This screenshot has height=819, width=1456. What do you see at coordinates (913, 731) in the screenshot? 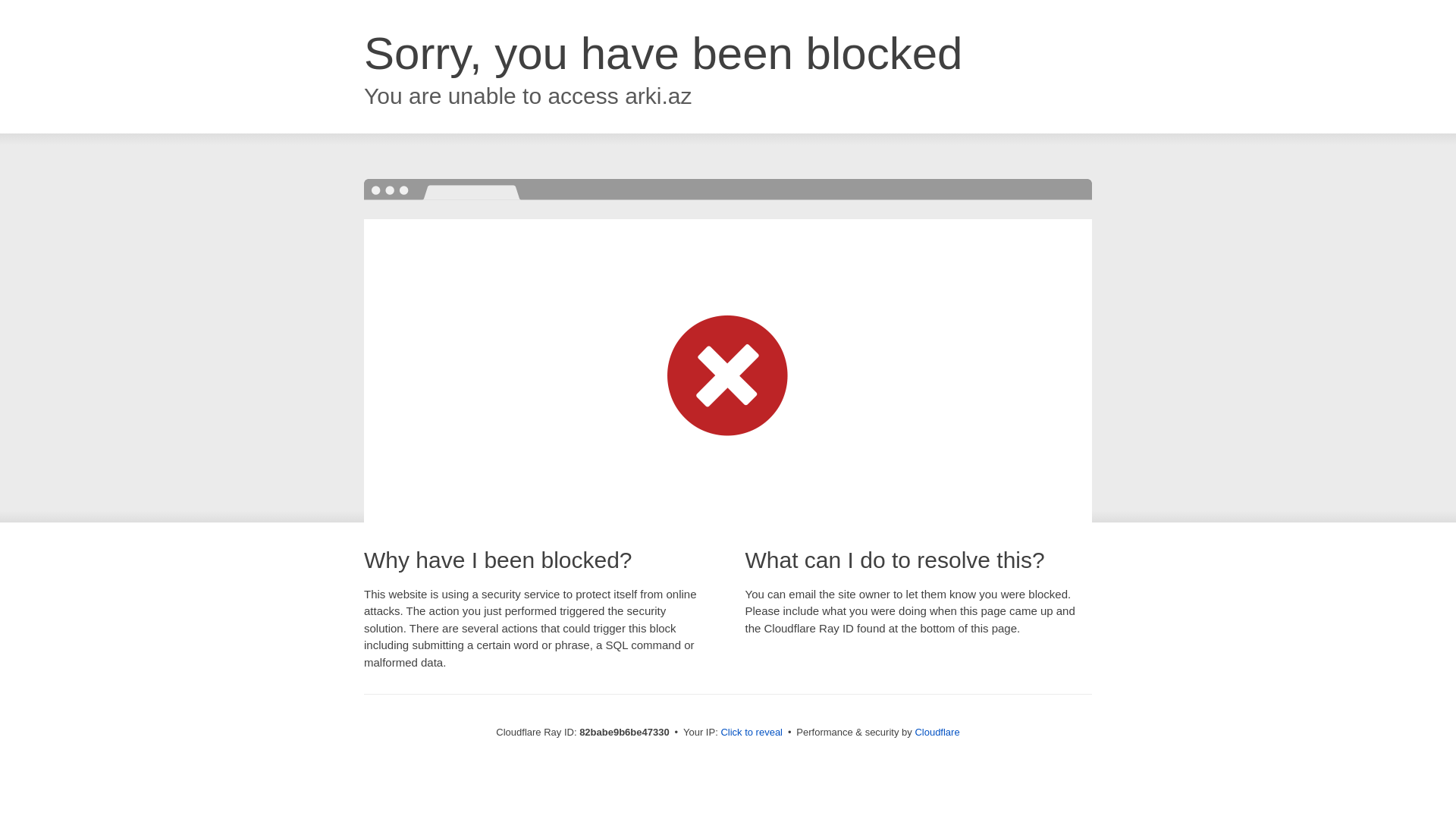
I see `'Cloudflare'` at bounding box center [913, 731].